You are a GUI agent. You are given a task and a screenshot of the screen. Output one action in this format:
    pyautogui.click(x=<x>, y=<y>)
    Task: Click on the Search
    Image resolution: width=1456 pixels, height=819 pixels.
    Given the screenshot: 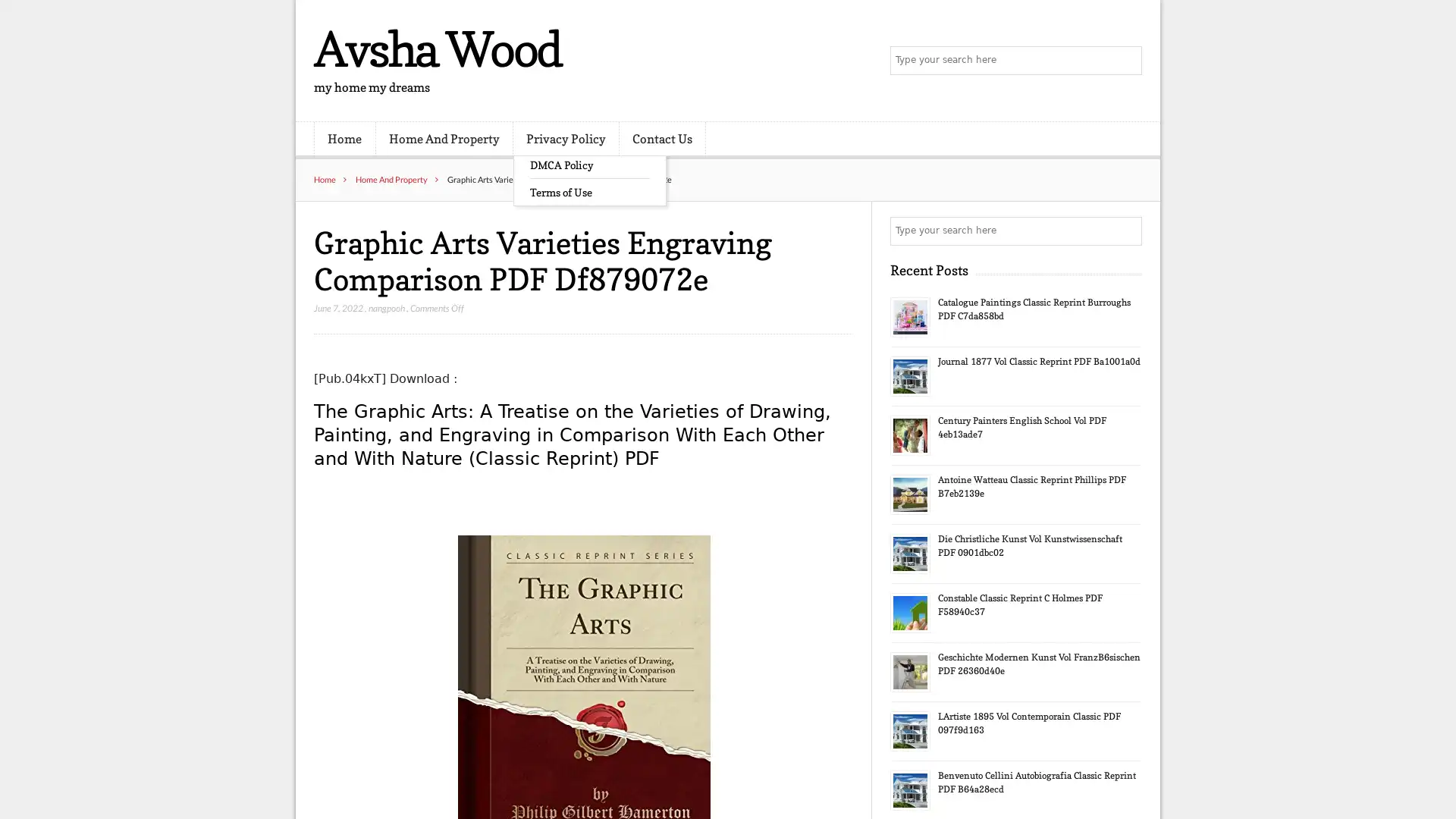 What is the action you would take?
    pyautogui.click(x=1126, y=231)
    